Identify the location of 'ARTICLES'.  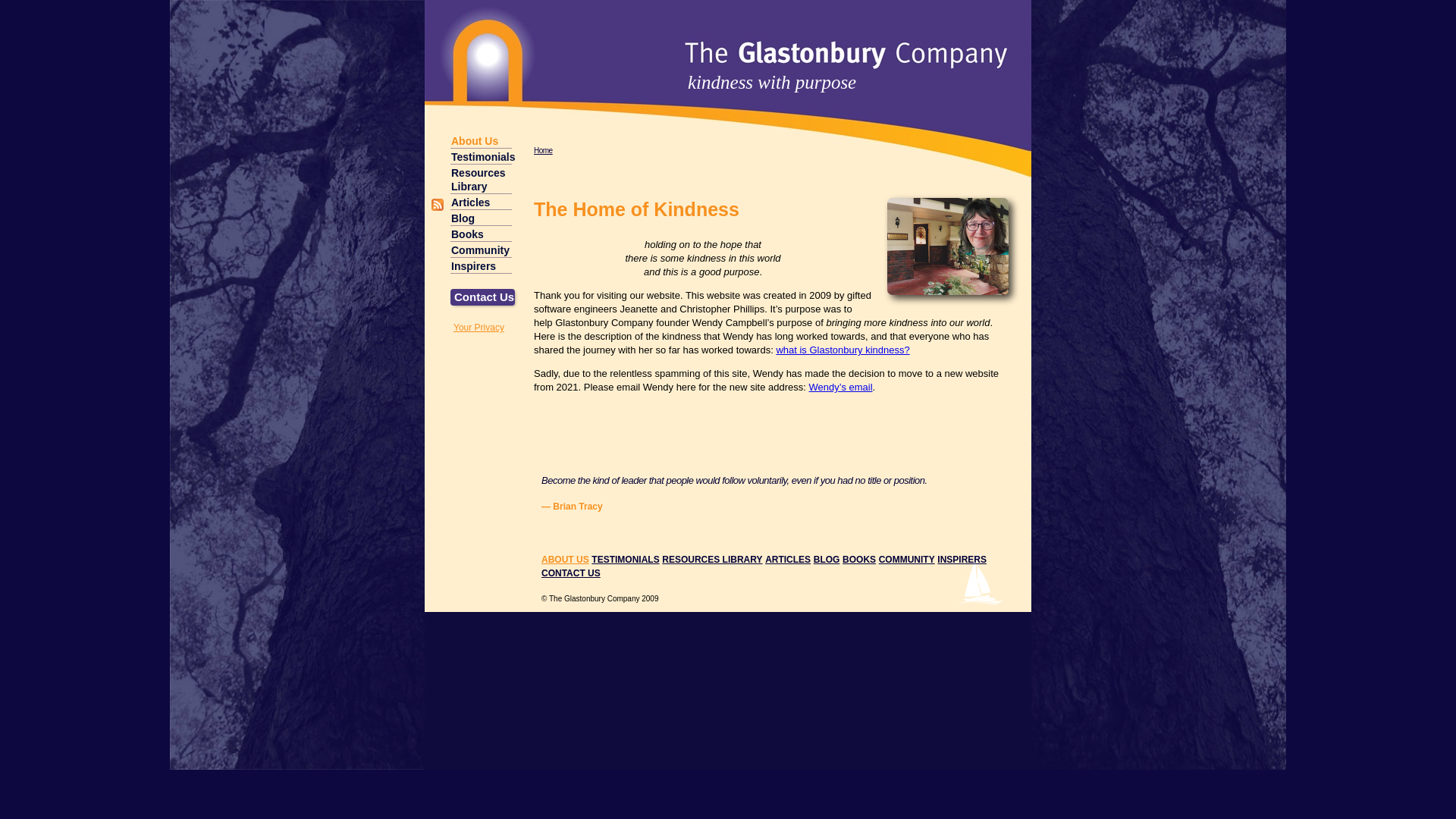
(787, 559).